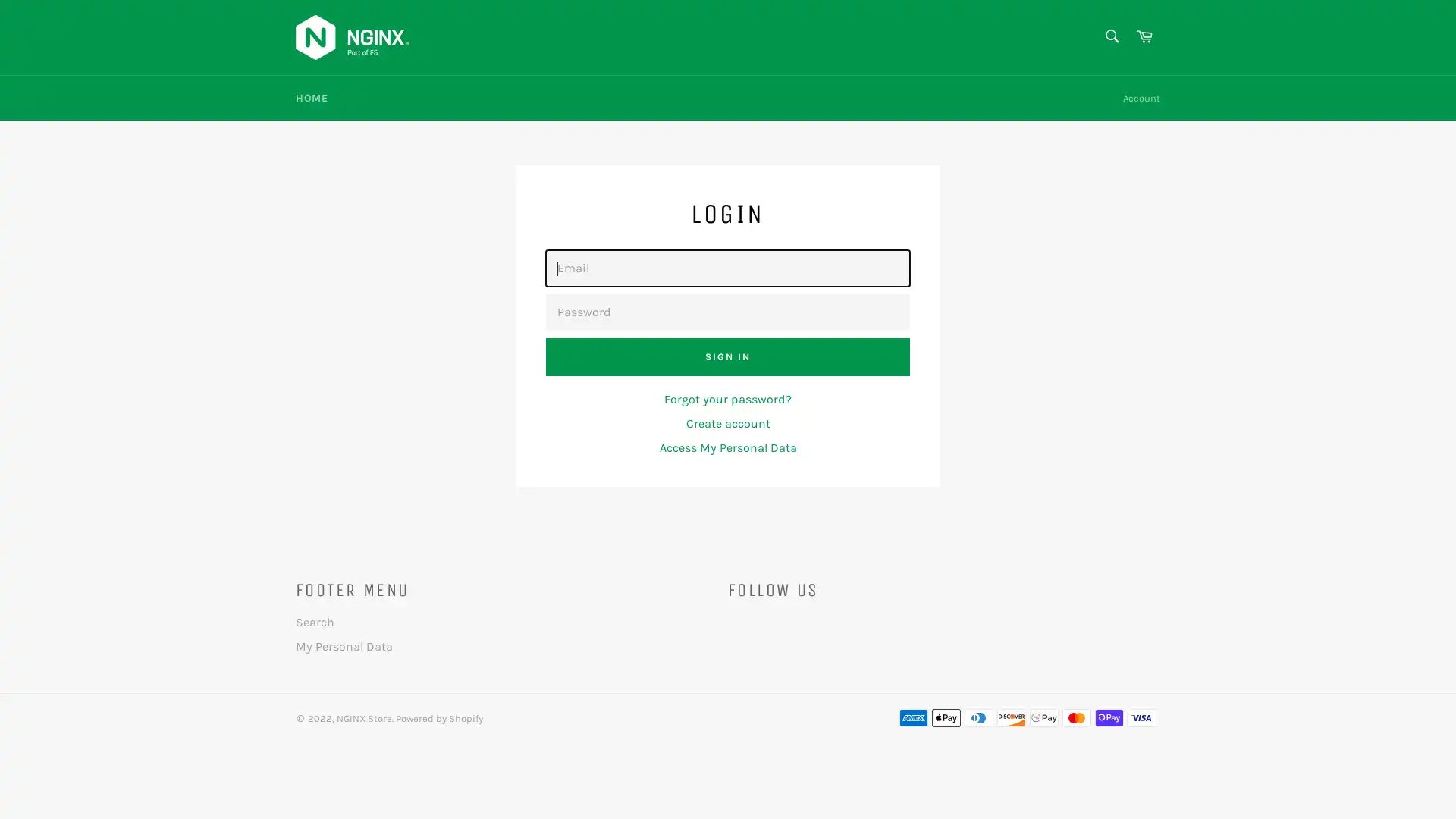 This screenshot has height=819, width=1456. What do you see at coordinates (1110, 35) in the screenshot?
I see `Search` at bounding box center [1110, 35].